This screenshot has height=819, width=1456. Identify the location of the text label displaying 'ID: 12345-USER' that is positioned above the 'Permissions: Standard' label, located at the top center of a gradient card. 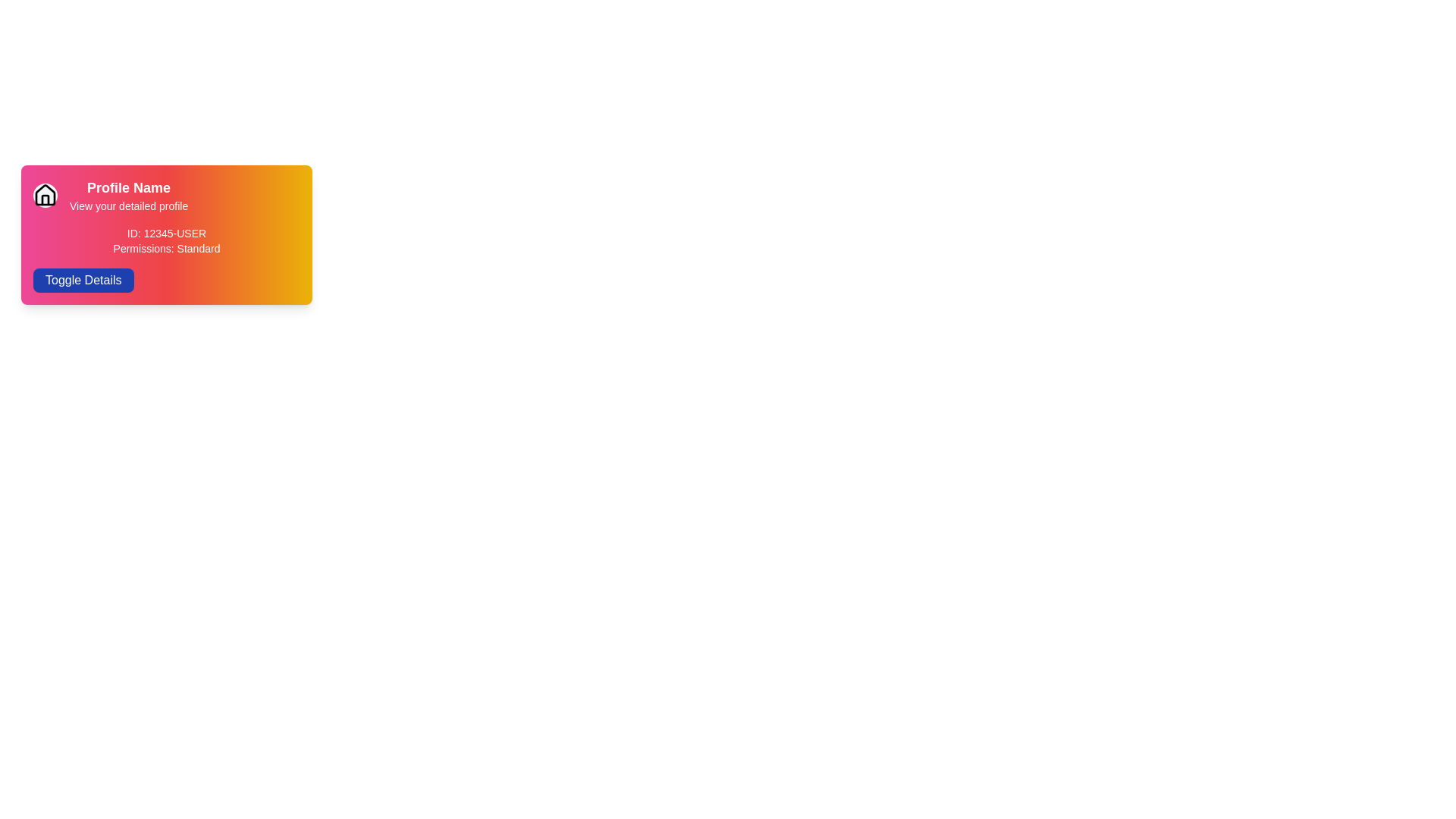
(167, 234).